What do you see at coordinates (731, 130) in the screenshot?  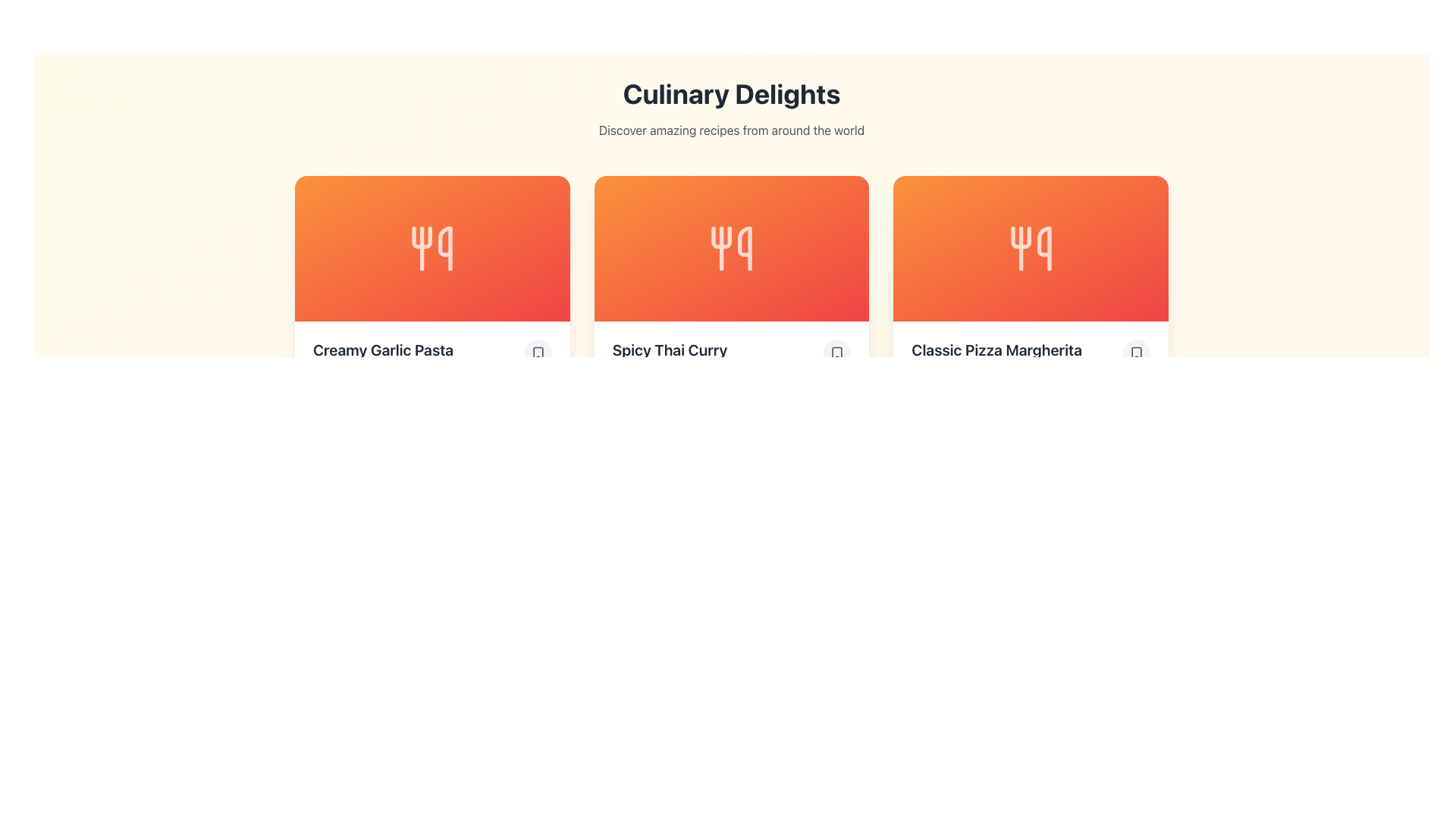 I see `the text element displaying 'Discover amazing recipes from around the world', which is located directly below the 'Culinary Delights' heading` at bounding box center [731, 130].